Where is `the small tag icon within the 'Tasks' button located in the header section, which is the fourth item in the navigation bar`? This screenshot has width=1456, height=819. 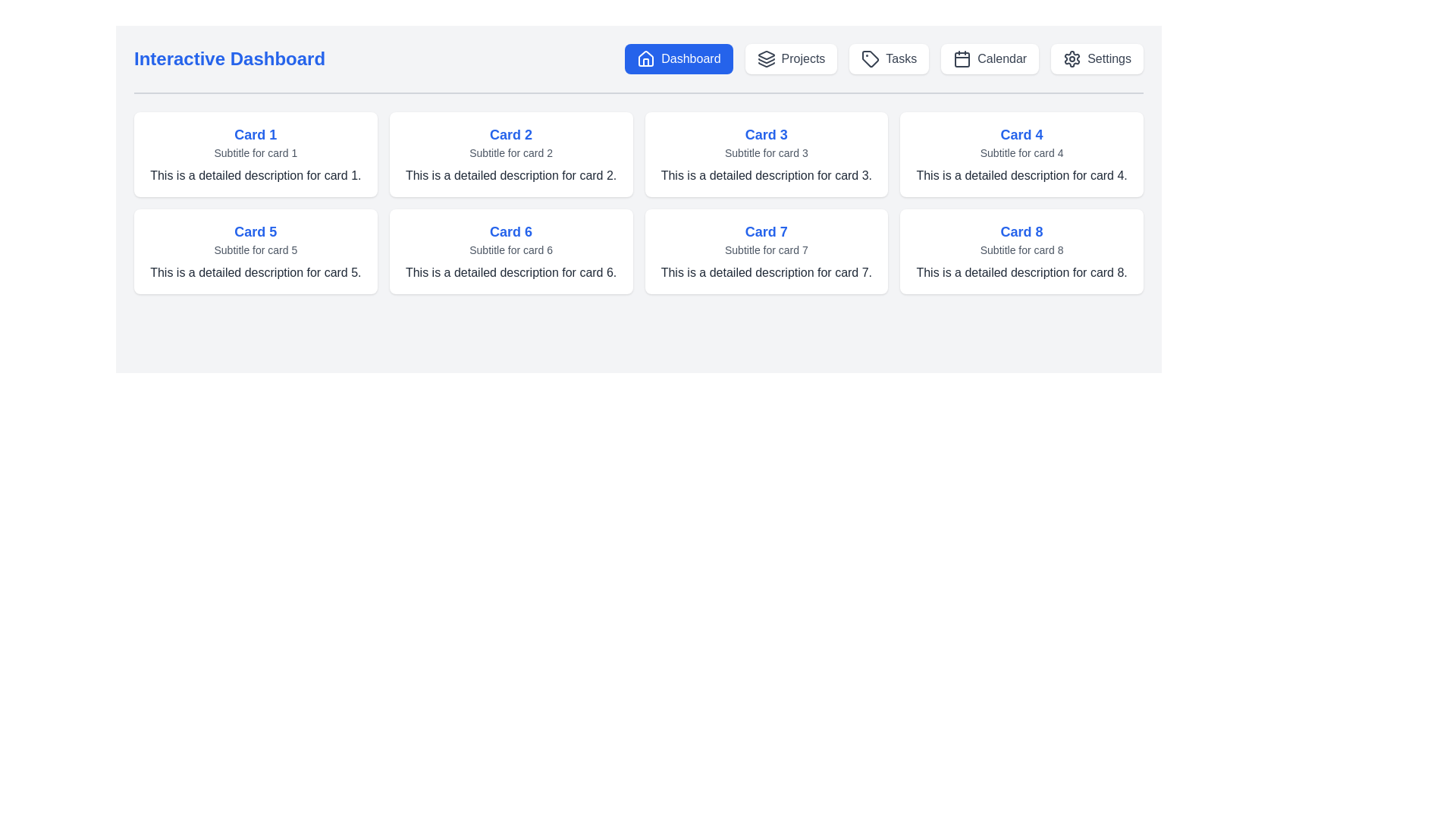
the small tag icon within the 'Tasks' button located in the header section, which is the fourth item in the navigation bar is located at coordinates (871, 58).